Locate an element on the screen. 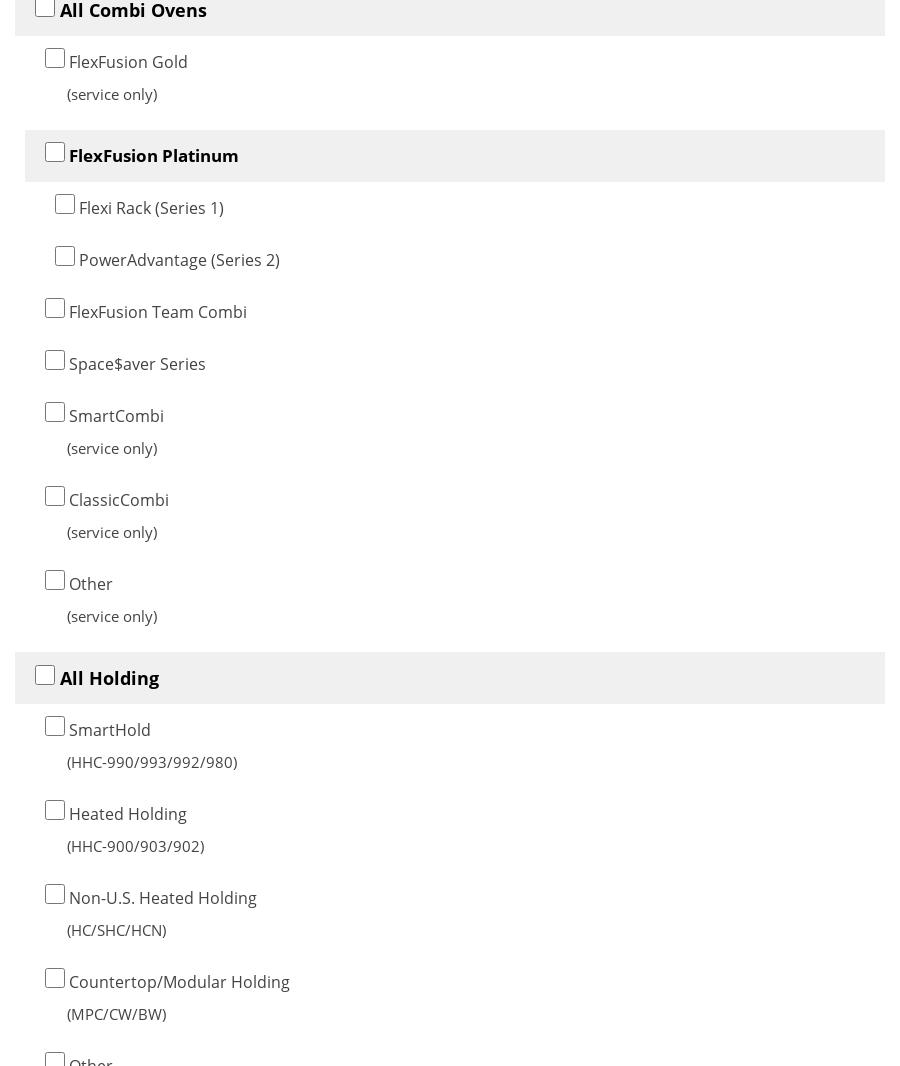  '(HC/SHC/HCN)' is located at coordinates (116, 929).